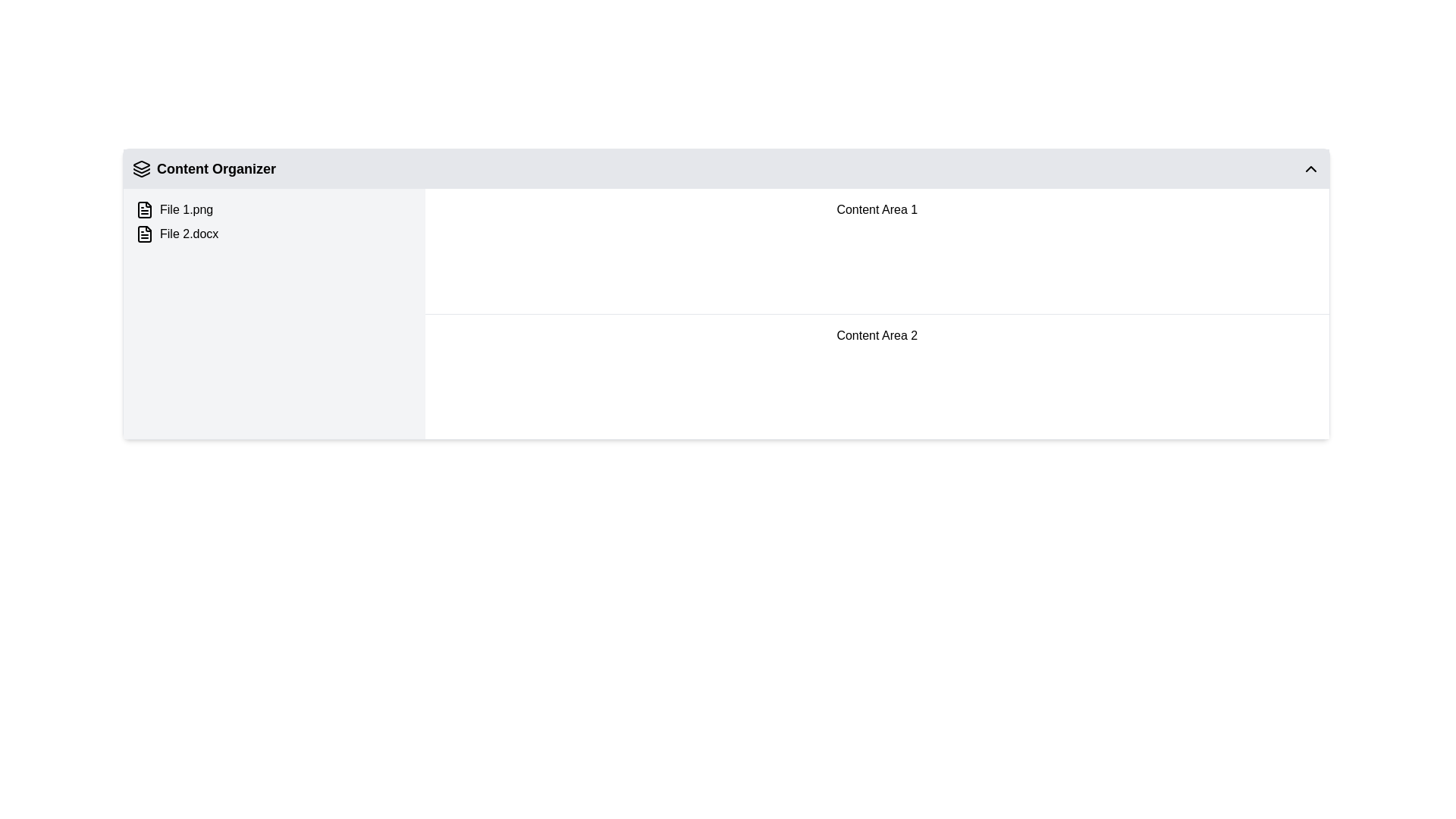 This screenshot has height=819, width=1456. Describe the element at coordinates (215, 169) in the screenshot. I see `text content of the 'Content Organizer' label, which is a bold text label positioned at the top-left corner of its section, next to a stacked layers icon` at that location.